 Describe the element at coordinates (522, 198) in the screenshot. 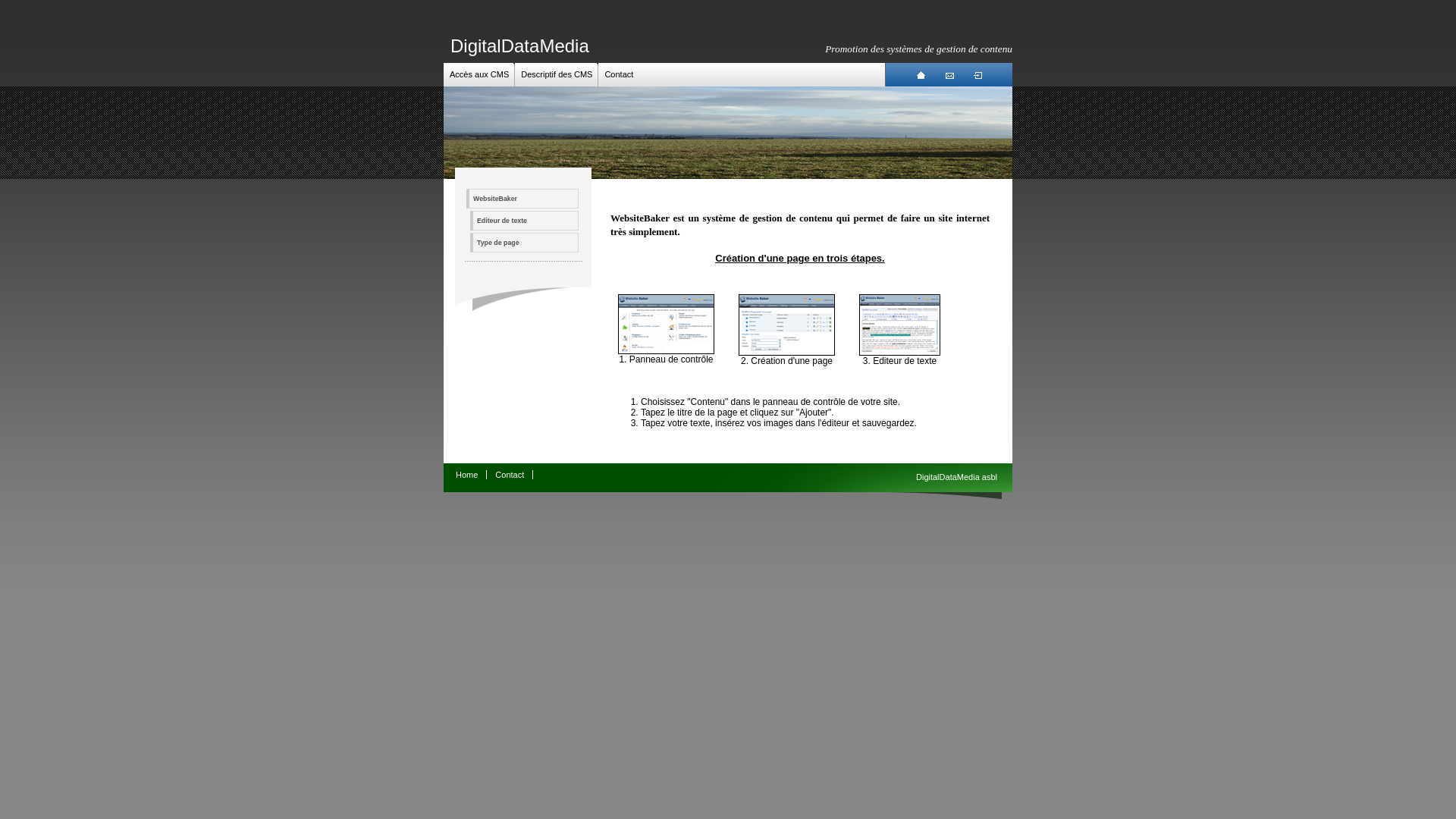

I see `'WebsiteBaker'` at that location.